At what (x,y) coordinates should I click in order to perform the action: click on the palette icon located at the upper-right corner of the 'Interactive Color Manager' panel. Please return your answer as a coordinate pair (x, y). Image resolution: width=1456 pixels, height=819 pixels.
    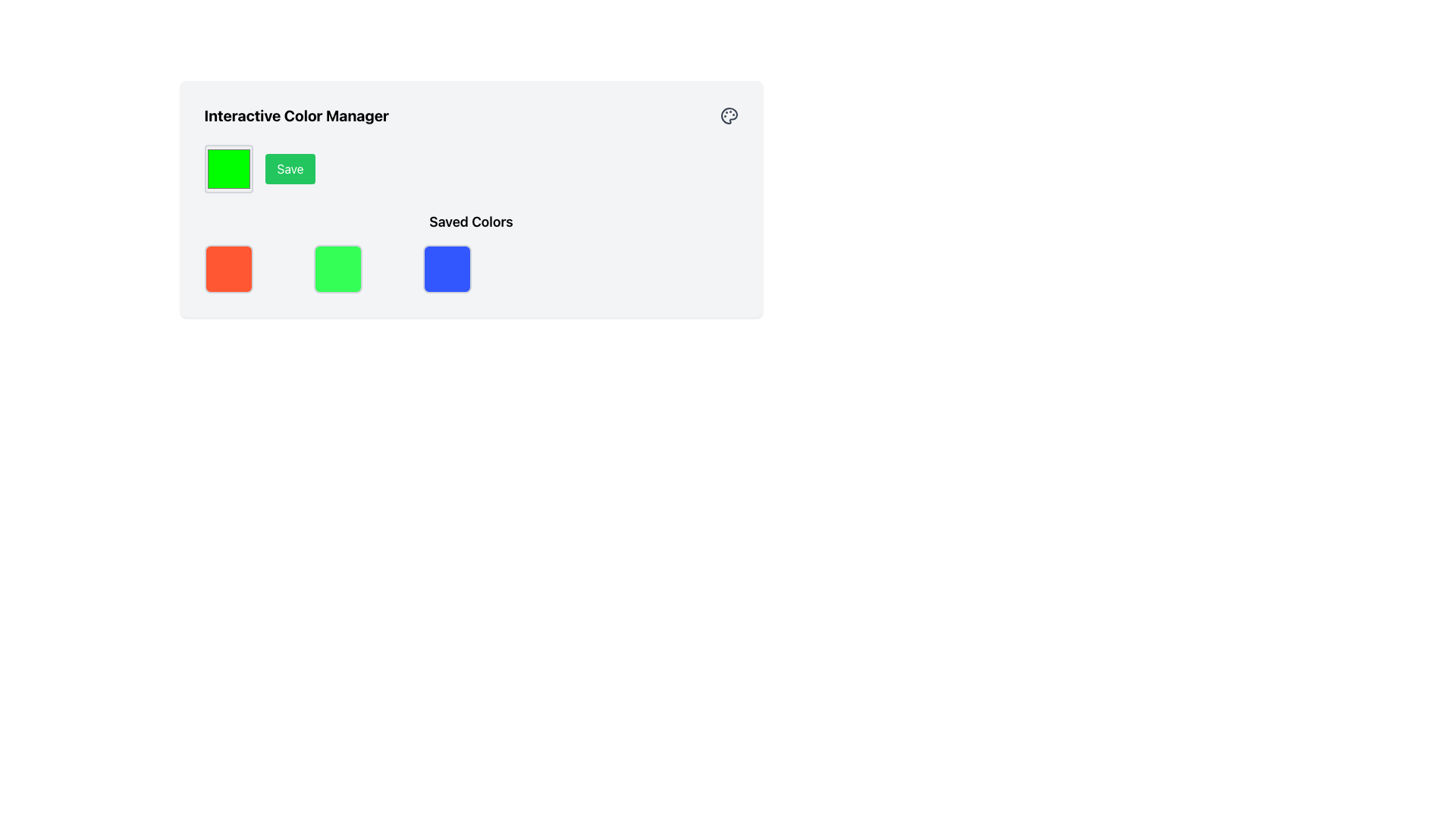
    Looking at the image, I should click on (729, 115).